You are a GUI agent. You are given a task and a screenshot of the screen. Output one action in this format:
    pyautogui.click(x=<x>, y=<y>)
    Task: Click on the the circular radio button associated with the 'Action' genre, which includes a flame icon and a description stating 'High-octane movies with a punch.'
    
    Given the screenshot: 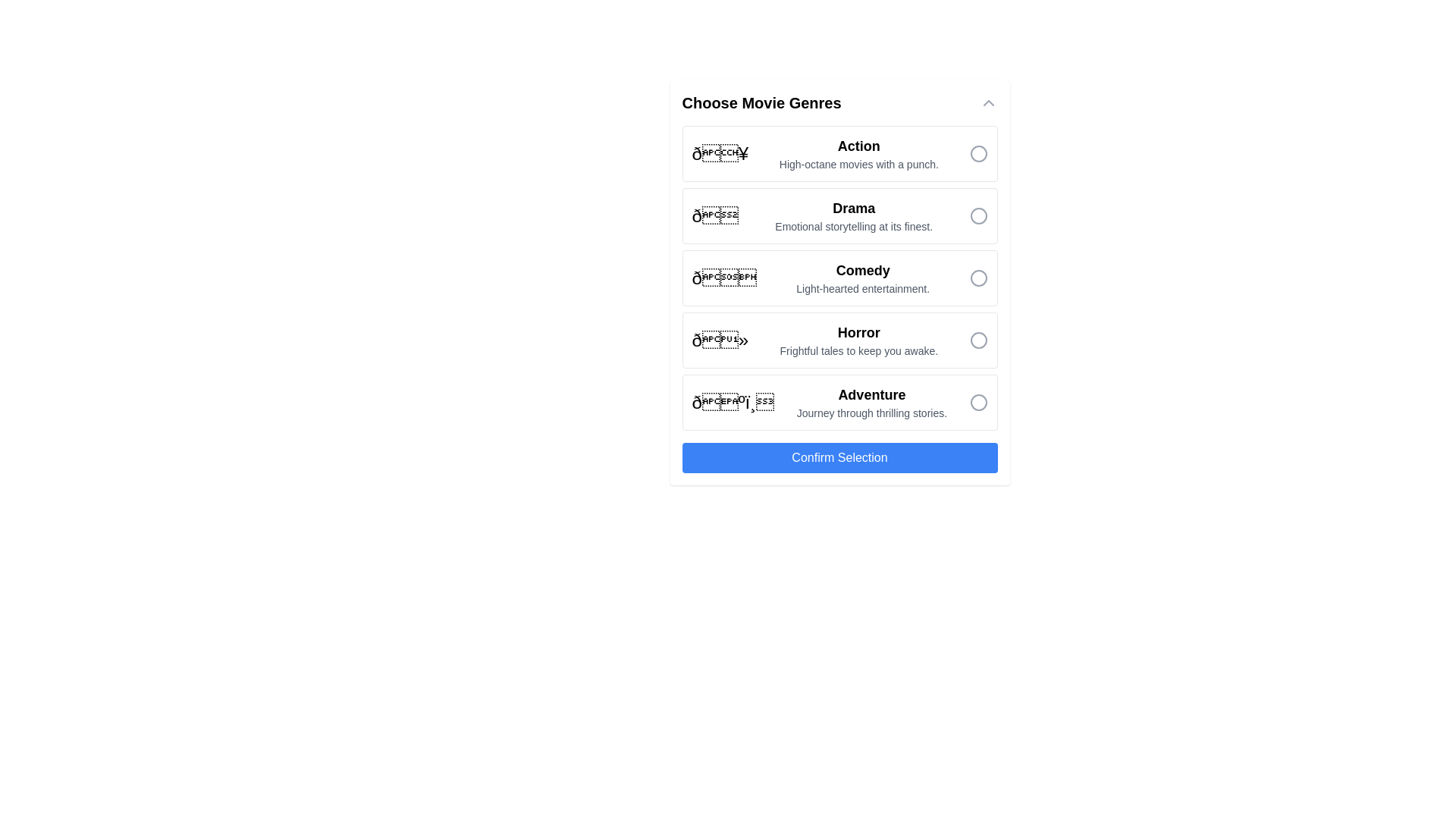 What is the action you would take?
    pyautogui.click(x=839, y=154)
    